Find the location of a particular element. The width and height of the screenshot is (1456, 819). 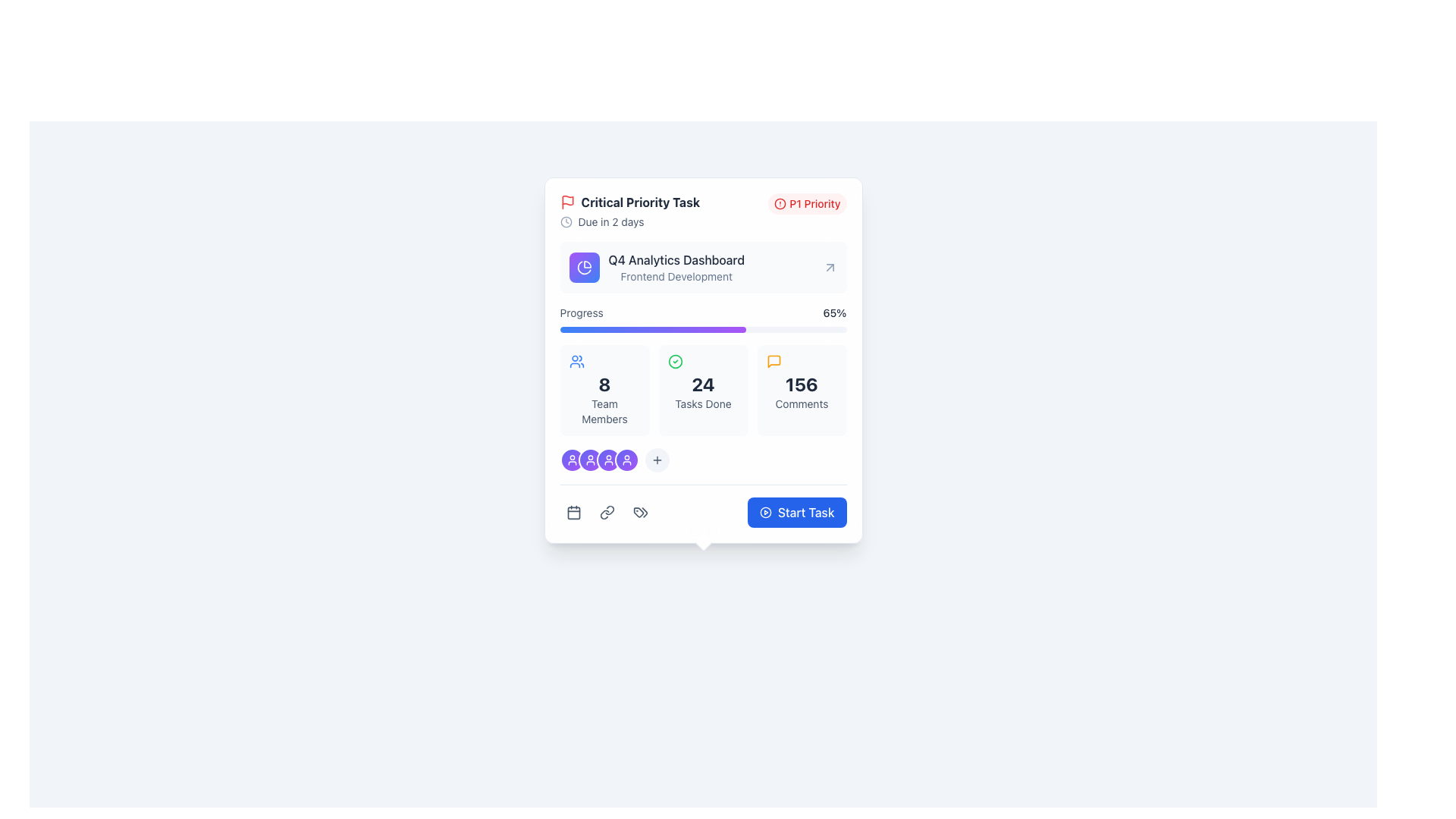

the middle icon of the interactive button group situated is located at coordinates (607, 512).